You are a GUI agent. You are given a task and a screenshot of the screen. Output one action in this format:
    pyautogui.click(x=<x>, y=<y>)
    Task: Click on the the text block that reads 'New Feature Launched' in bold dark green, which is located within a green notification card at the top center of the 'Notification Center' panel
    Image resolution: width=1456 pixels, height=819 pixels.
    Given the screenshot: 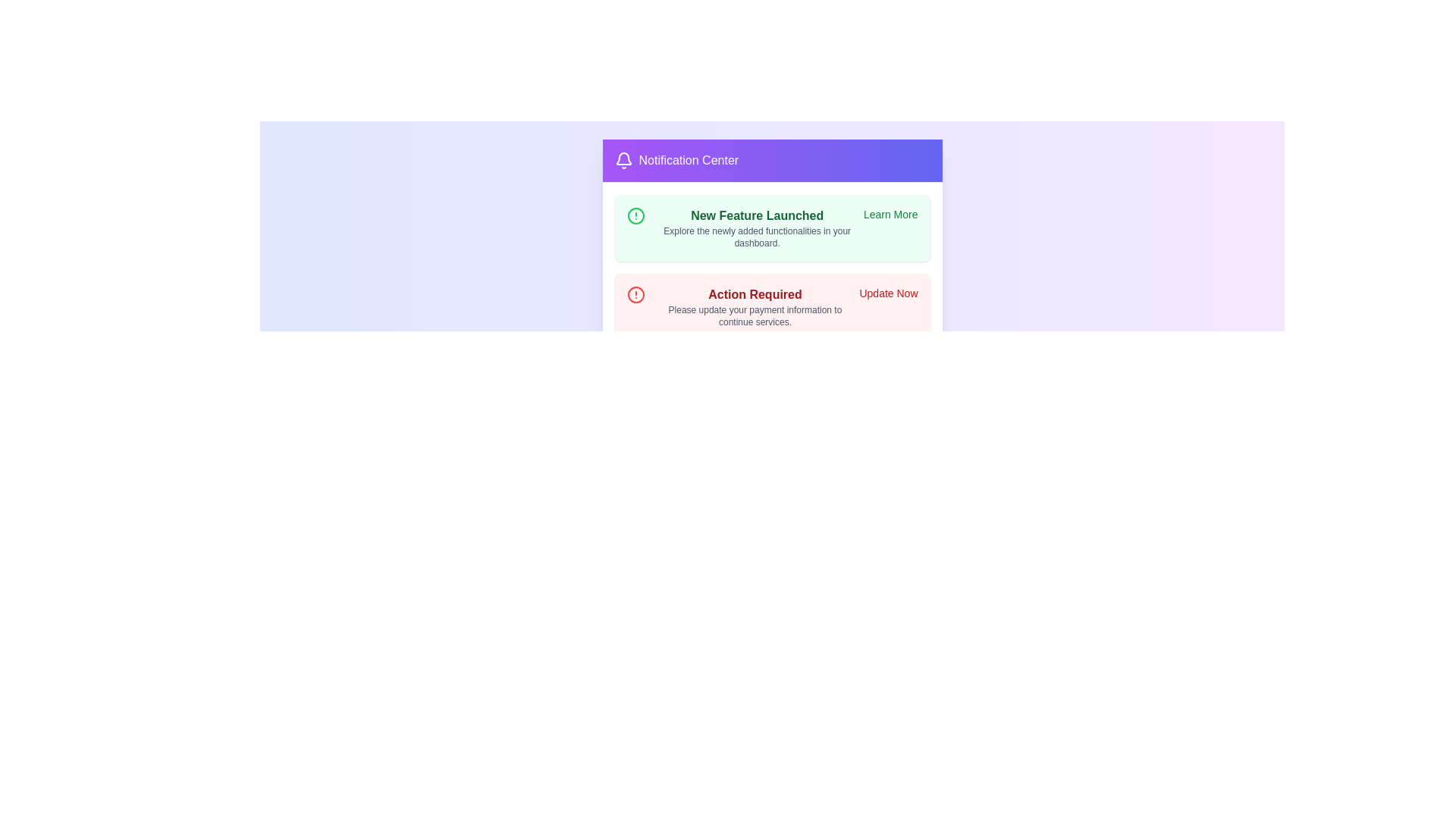 What is the action you would take?
    pyautogui.click(x=757, y=227)
    